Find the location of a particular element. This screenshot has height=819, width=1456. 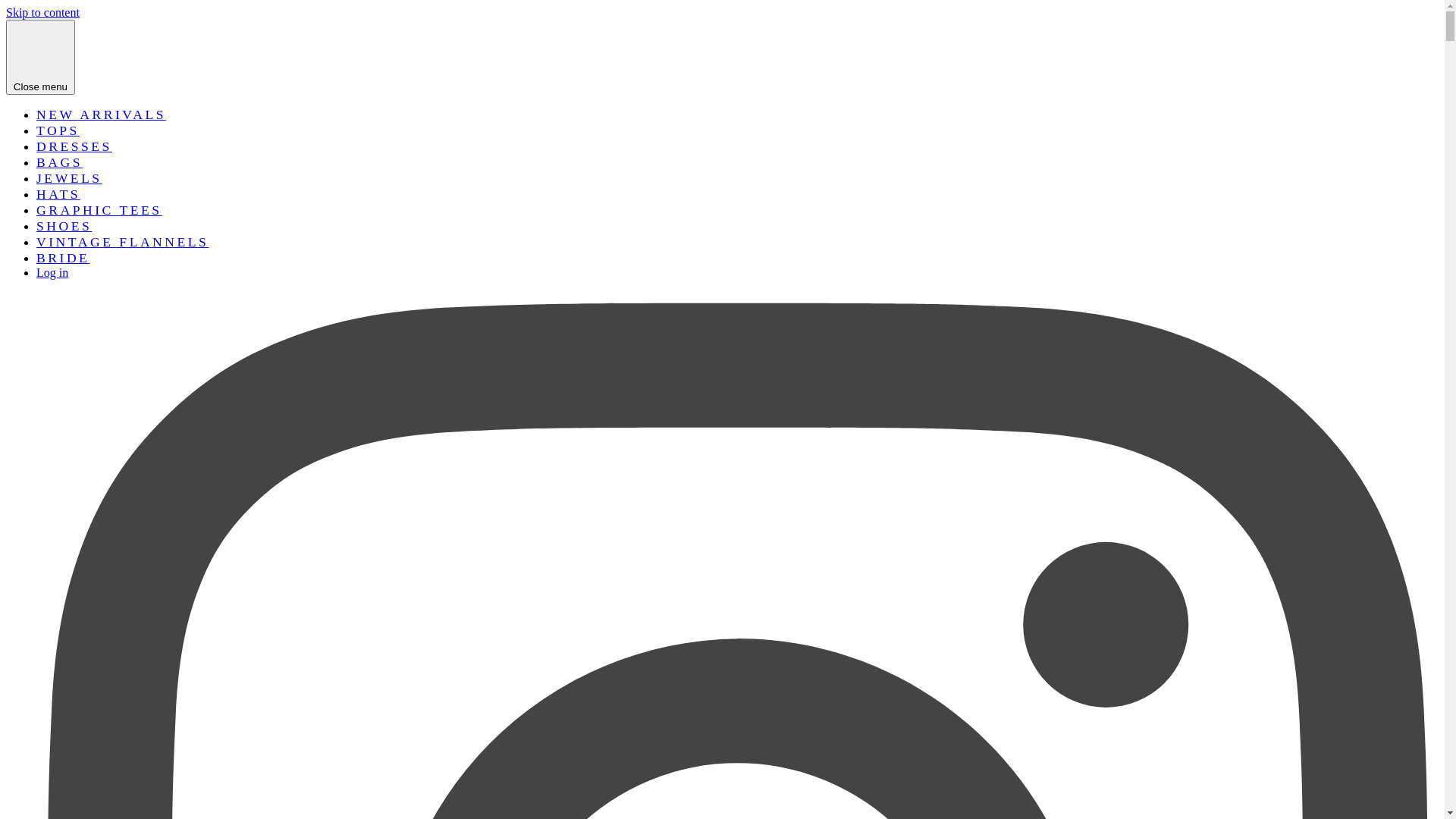

'HATS' is located at coordinates (58, 193).